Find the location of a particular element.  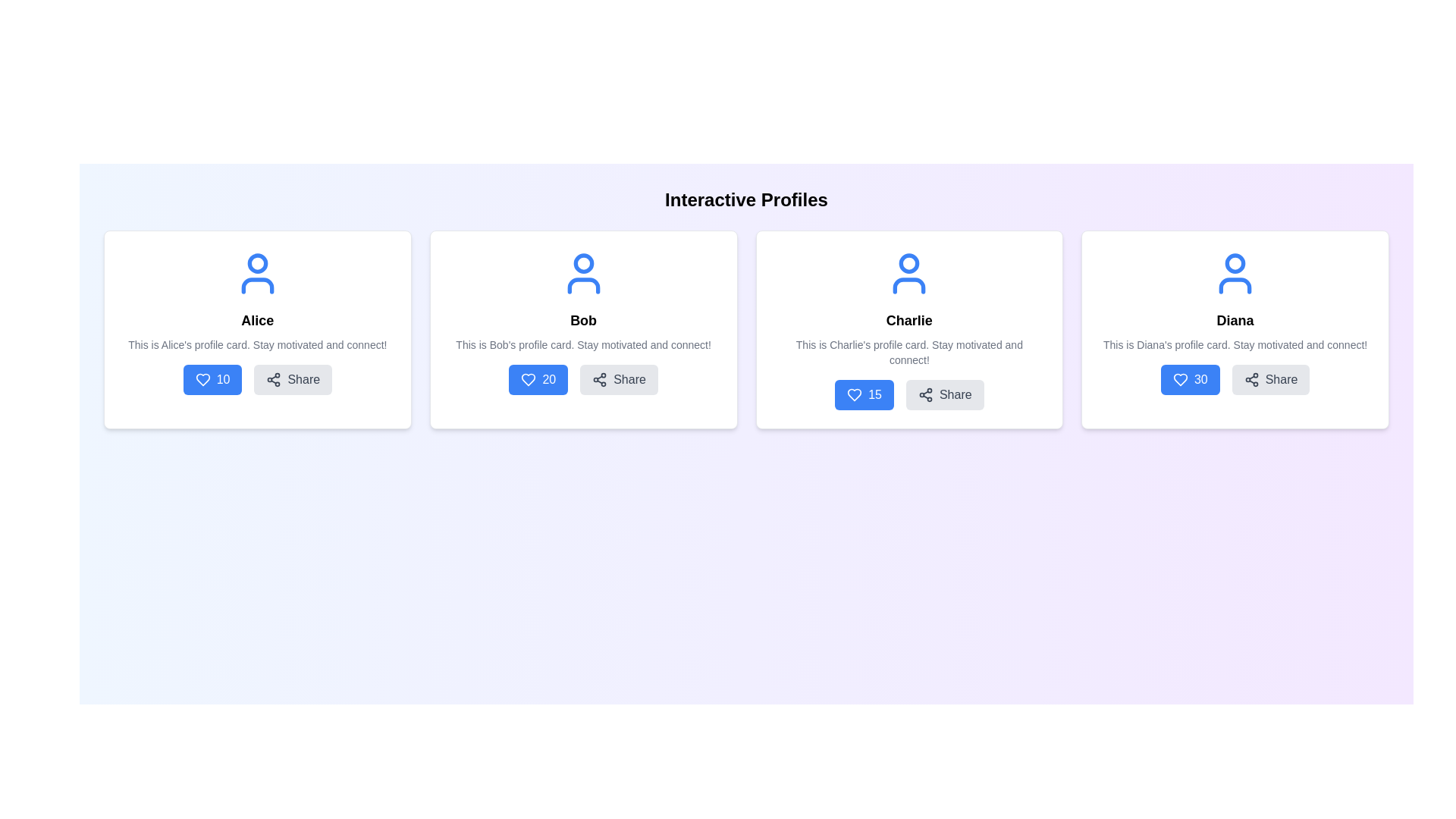

the decorative icon representing a person within the avatar icon of the profile card labeled 'Charlie', which is centrally located above the 'Charlie' heading is located at coordinates (909, 286).